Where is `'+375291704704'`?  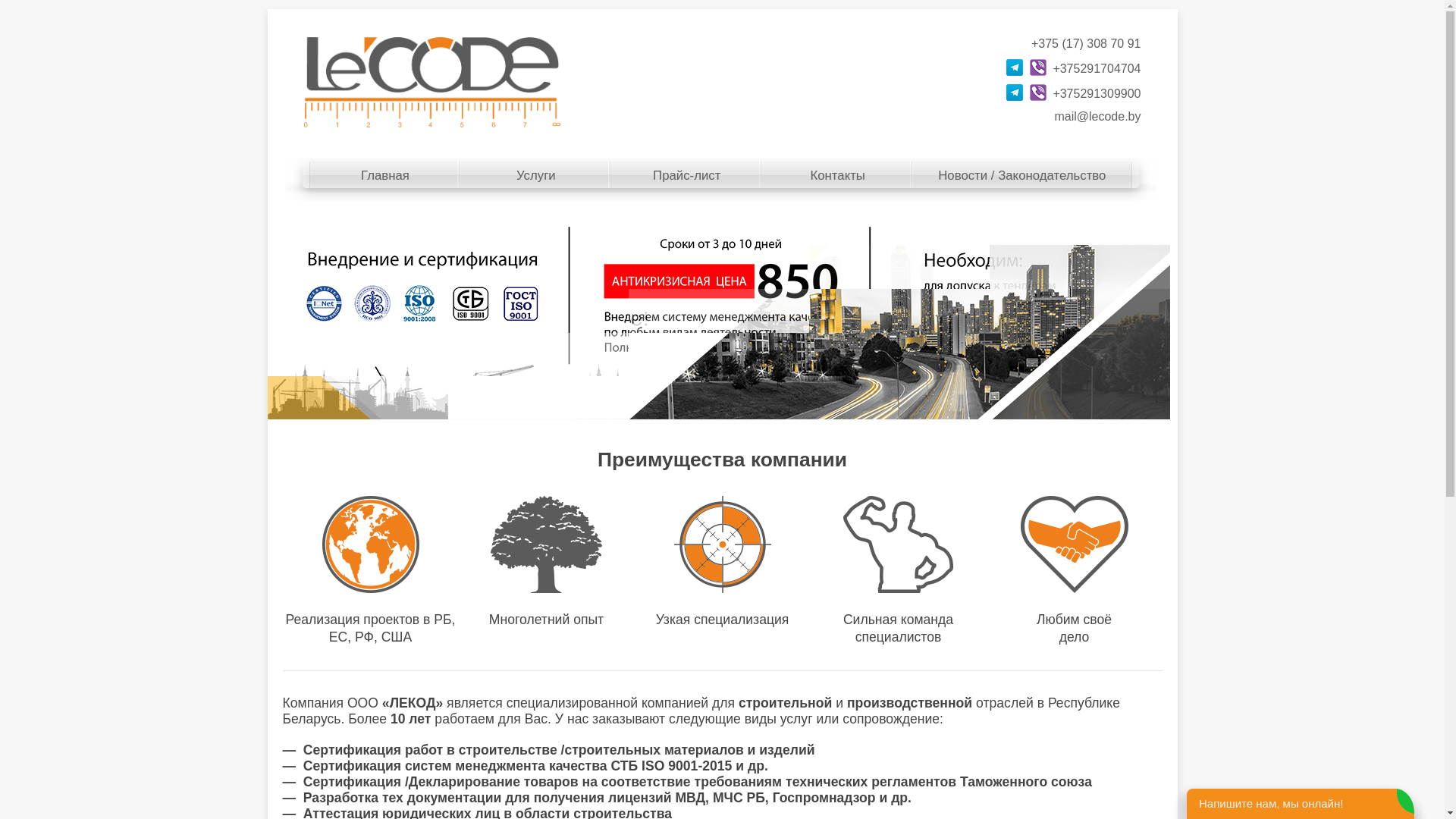 '+375291704704' is located at coordinates (1096, 68).